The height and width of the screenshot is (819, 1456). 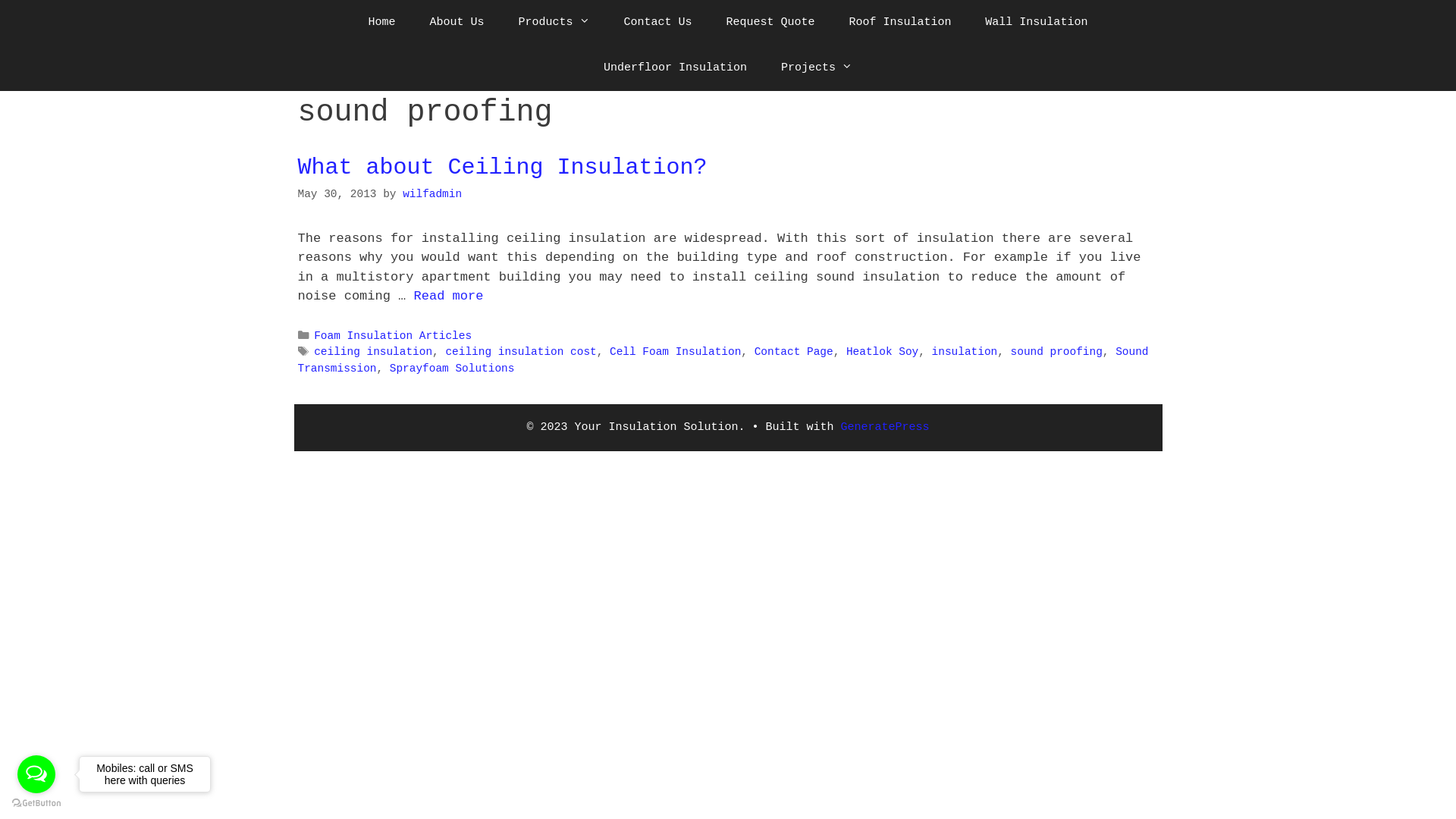 What do you see at coordinates (451, 369) in the screenshot?
I see `'Sprayfoam Solutions'` at bounding box center [451, 369].